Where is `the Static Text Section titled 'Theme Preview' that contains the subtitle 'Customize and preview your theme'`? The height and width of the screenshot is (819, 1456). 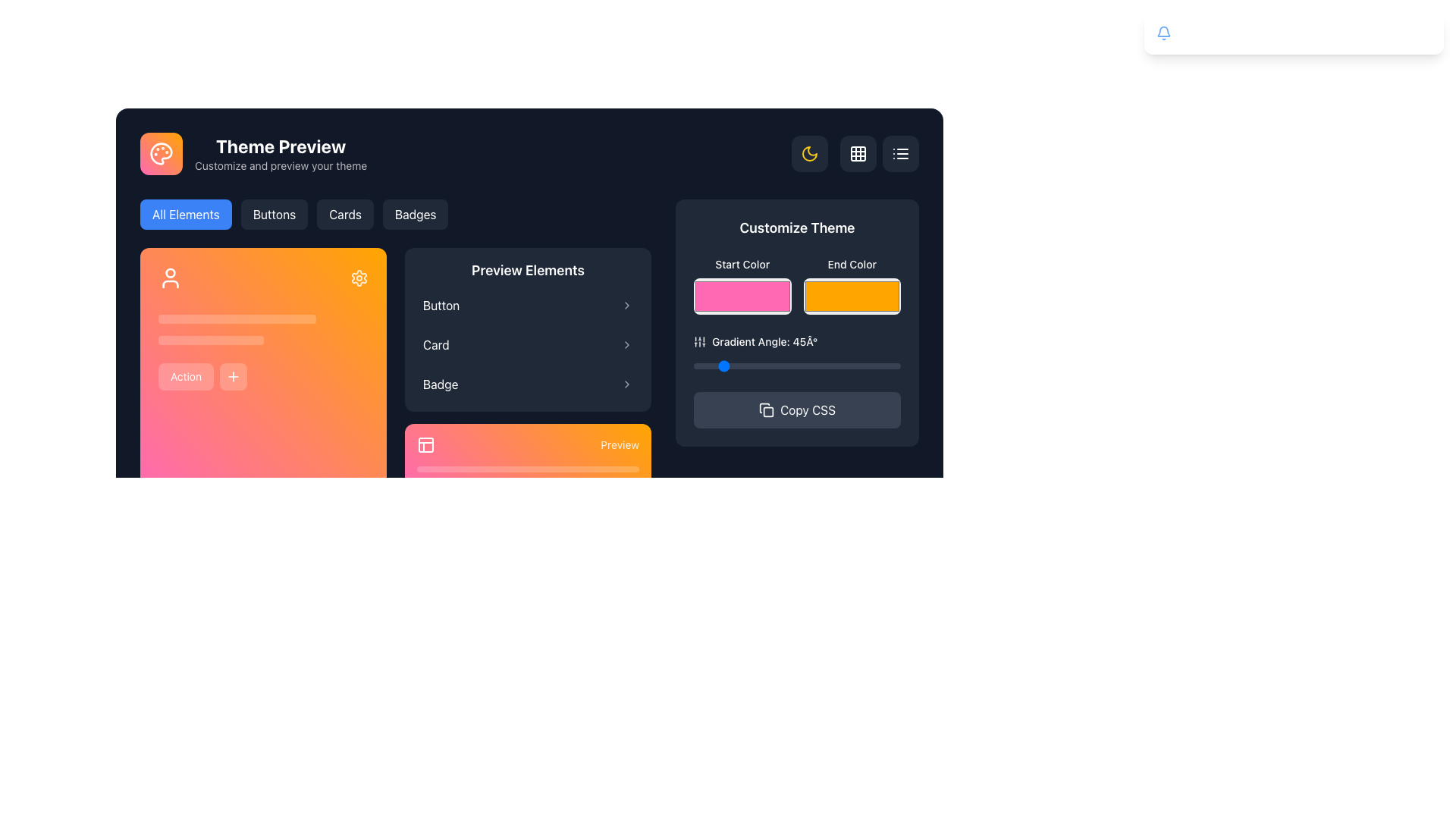
the Static Text Section titled 'Theme Preview' that contains the subtitle 'Customize and preview your theme' is located at coordinates (281, 154).